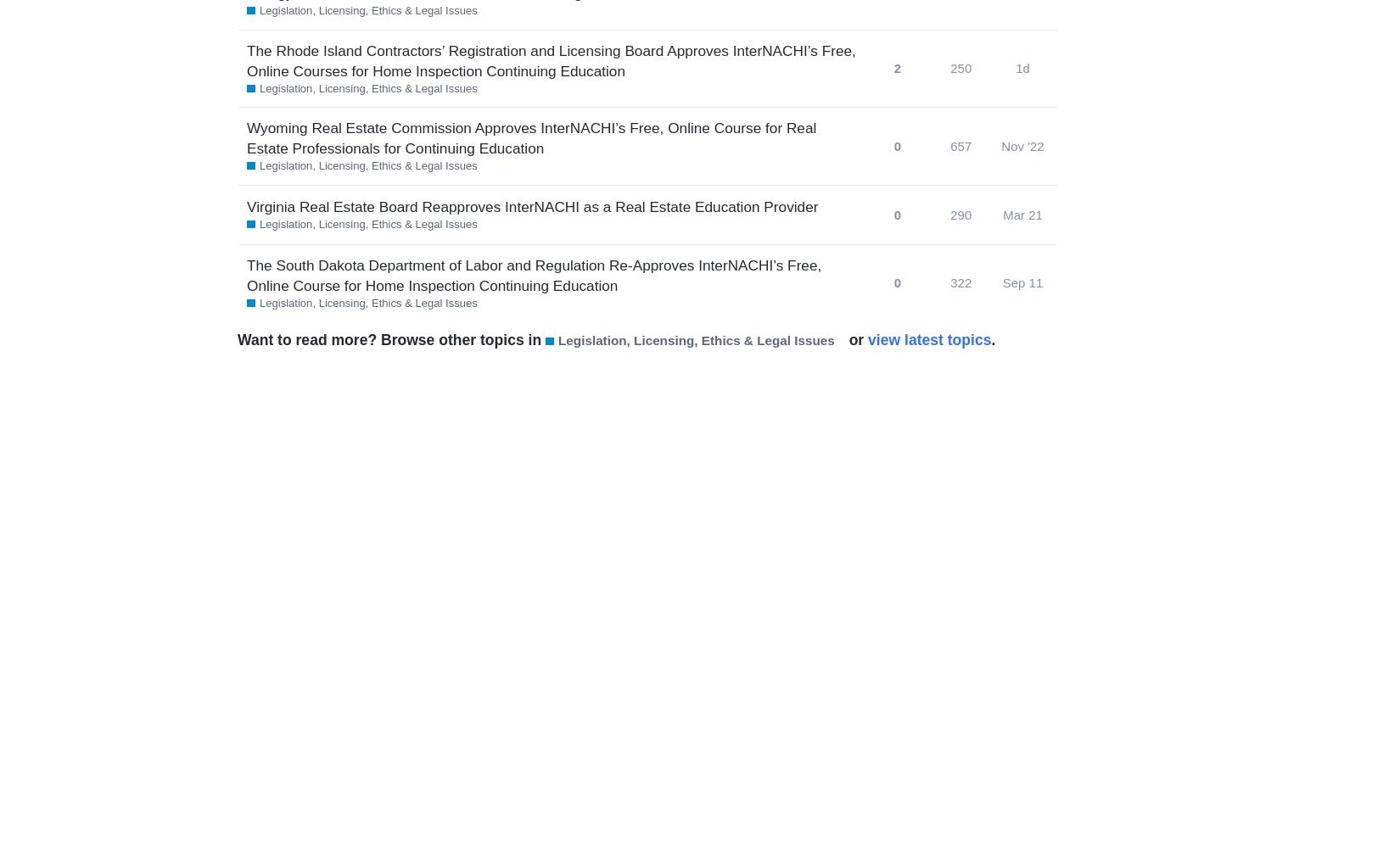 The height and width of the screenshot is (848, 1400). Describe the element at coordinates (533, 274) in the screenshot. I see `'The South Dakota Department of Labor and Regulation Re-Approves InterNACHI’s Free, Online Course for Home Inspection Continuing Education'` at that location.